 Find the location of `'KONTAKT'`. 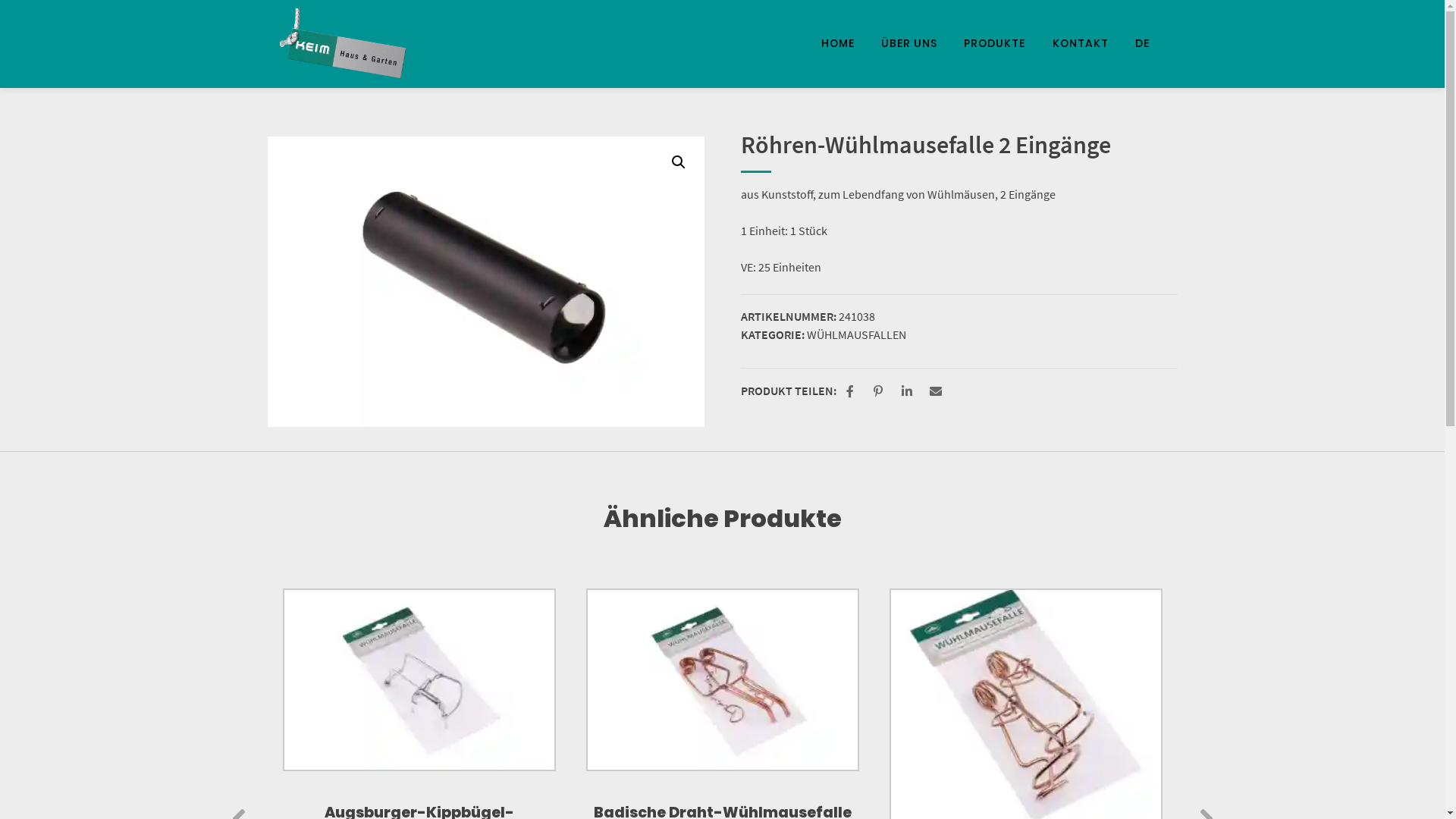

'KONTAKT' is located at coordinates (1080, 42).